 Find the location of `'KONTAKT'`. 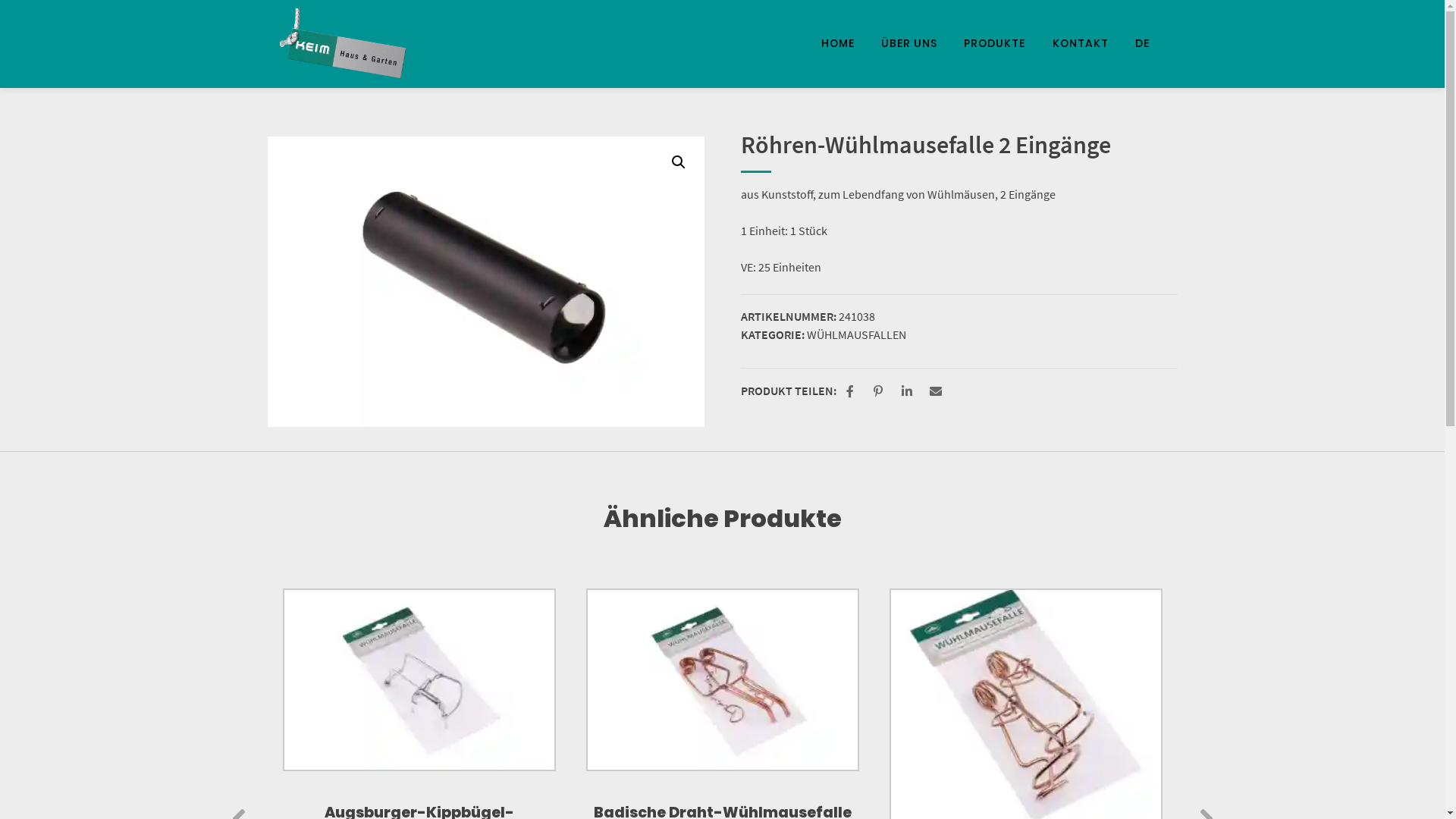

'KONTAKT' is located at coordinates (1080, 42).